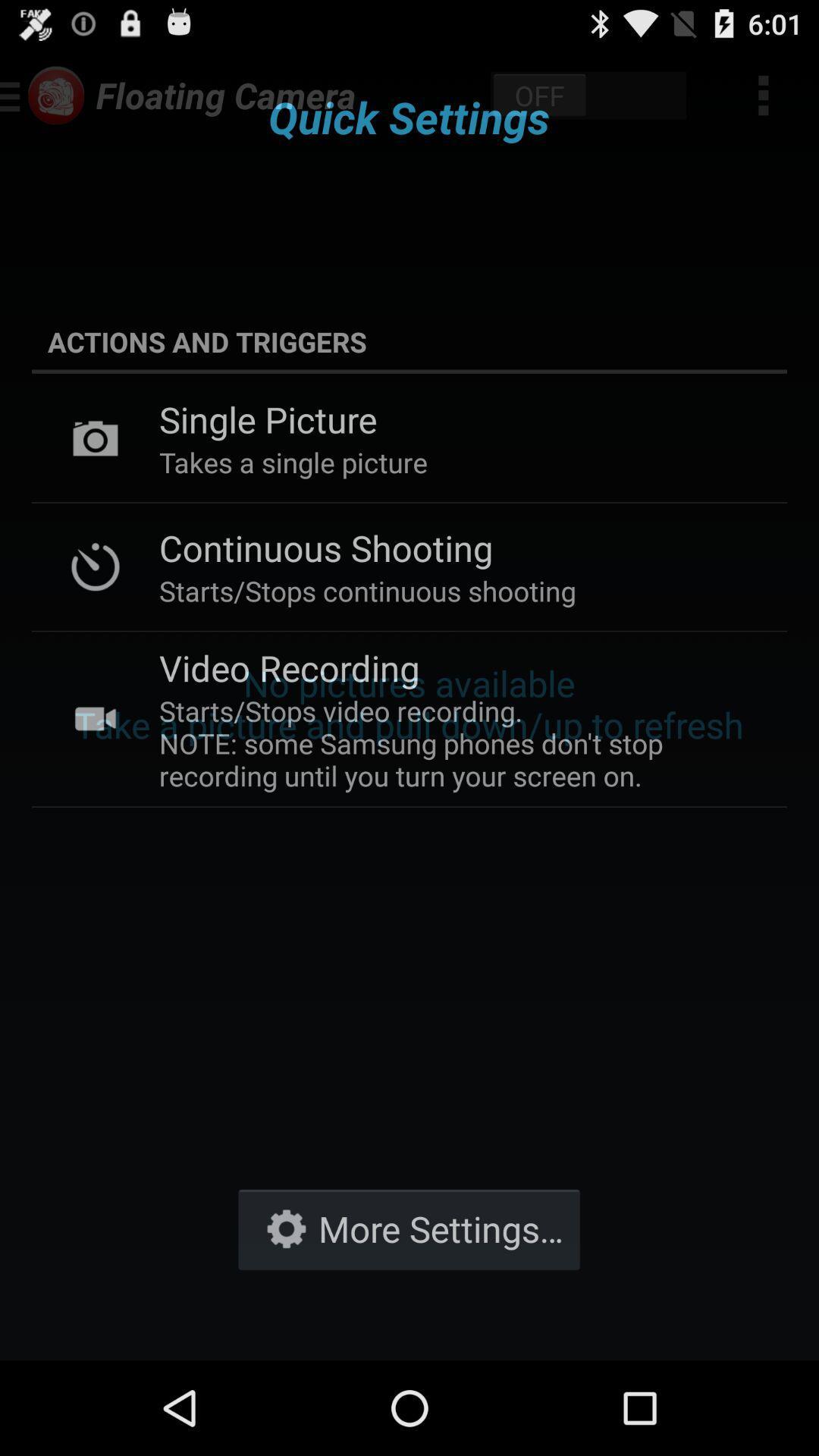 The height and width of the screenshot is (1456, 819). What do you see at coordinates (409, 340) in the screenshot?
I see `item below the quick settings app` at bounding box center [409, 340].